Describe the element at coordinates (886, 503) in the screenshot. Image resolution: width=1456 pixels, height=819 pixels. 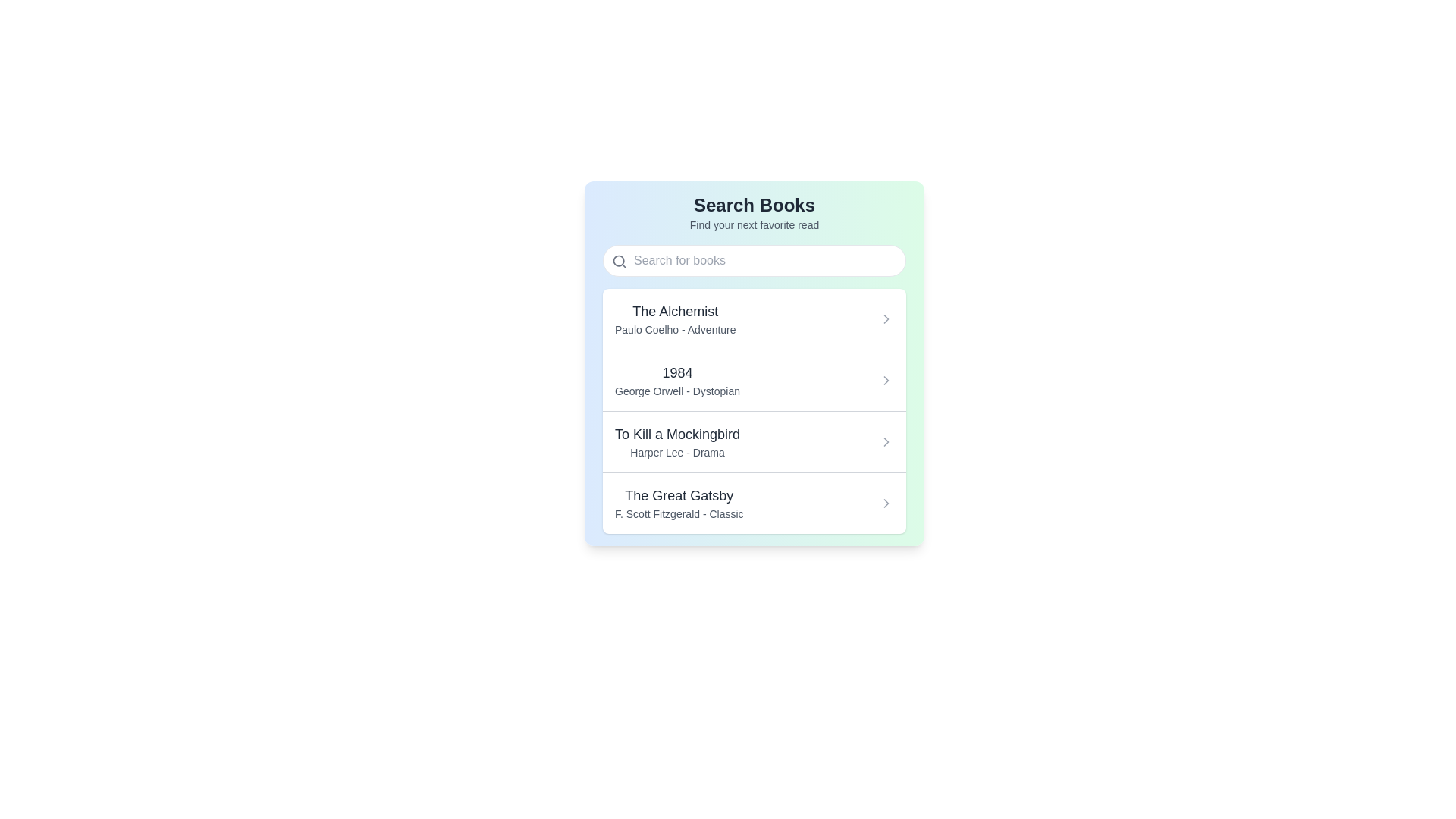
I see `the navigational icon located at the far right of the list item for 'The Great Gatsby F. Scott Fitzgerald - Classic'` at that location.